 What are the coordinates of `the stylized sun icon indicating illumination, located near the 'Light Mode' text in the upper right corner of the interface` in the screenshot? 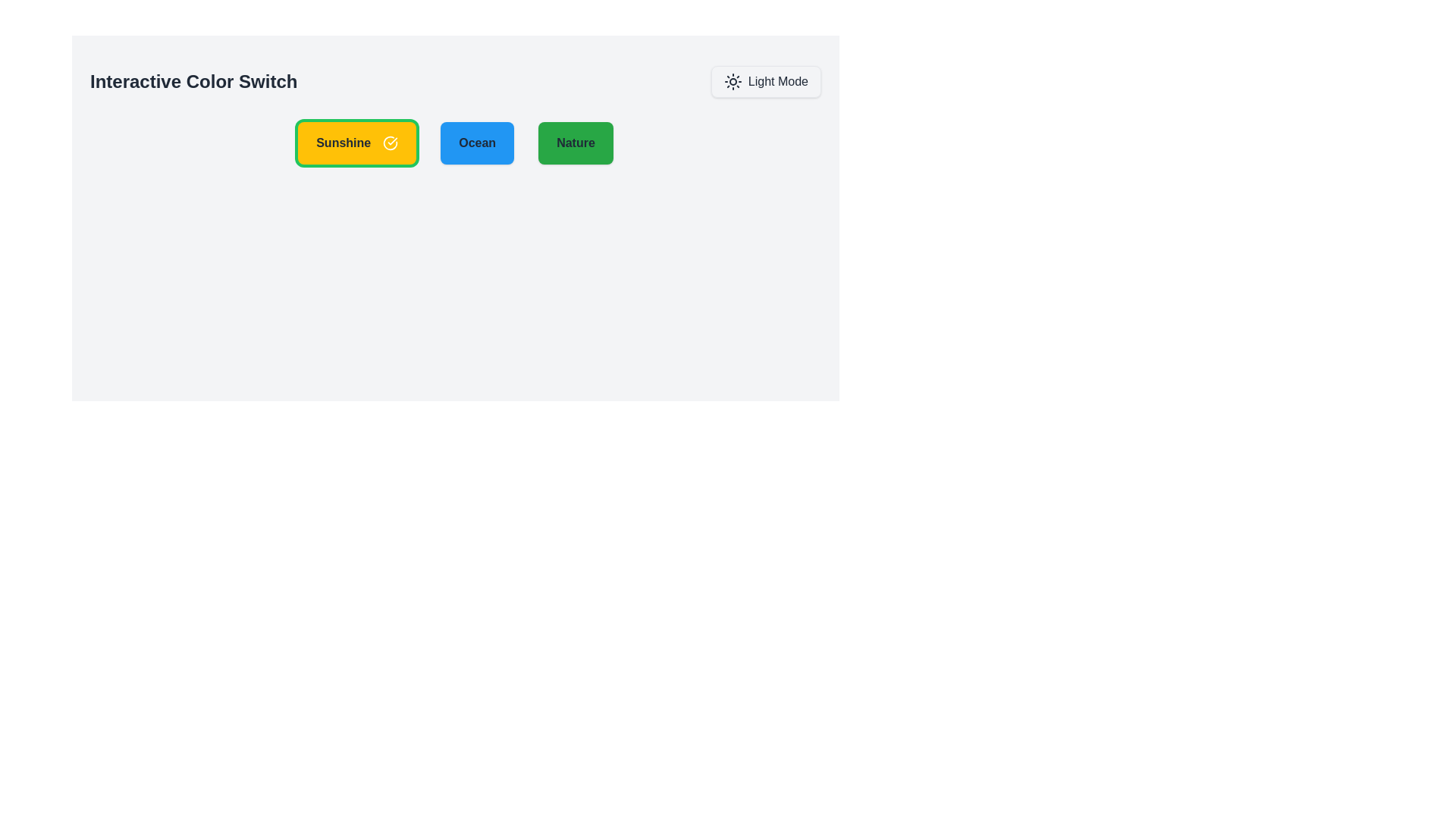 It's located at (733, 82).